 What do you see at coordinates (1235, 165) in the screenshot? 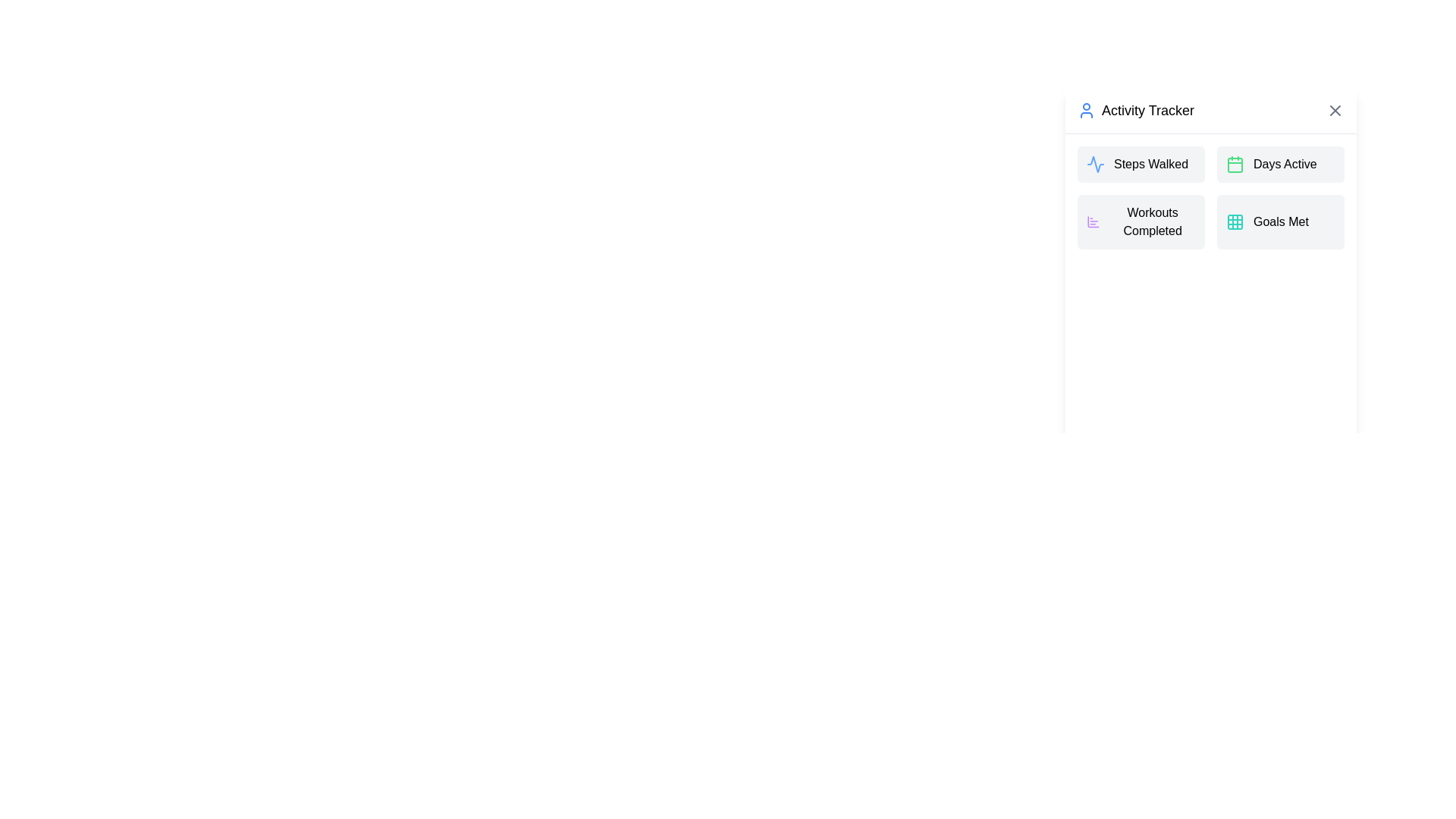
I see `the decorative rectangle part of the 'Days Active' icon in the Activity Tracker section` at bounding box center [1235, 165].